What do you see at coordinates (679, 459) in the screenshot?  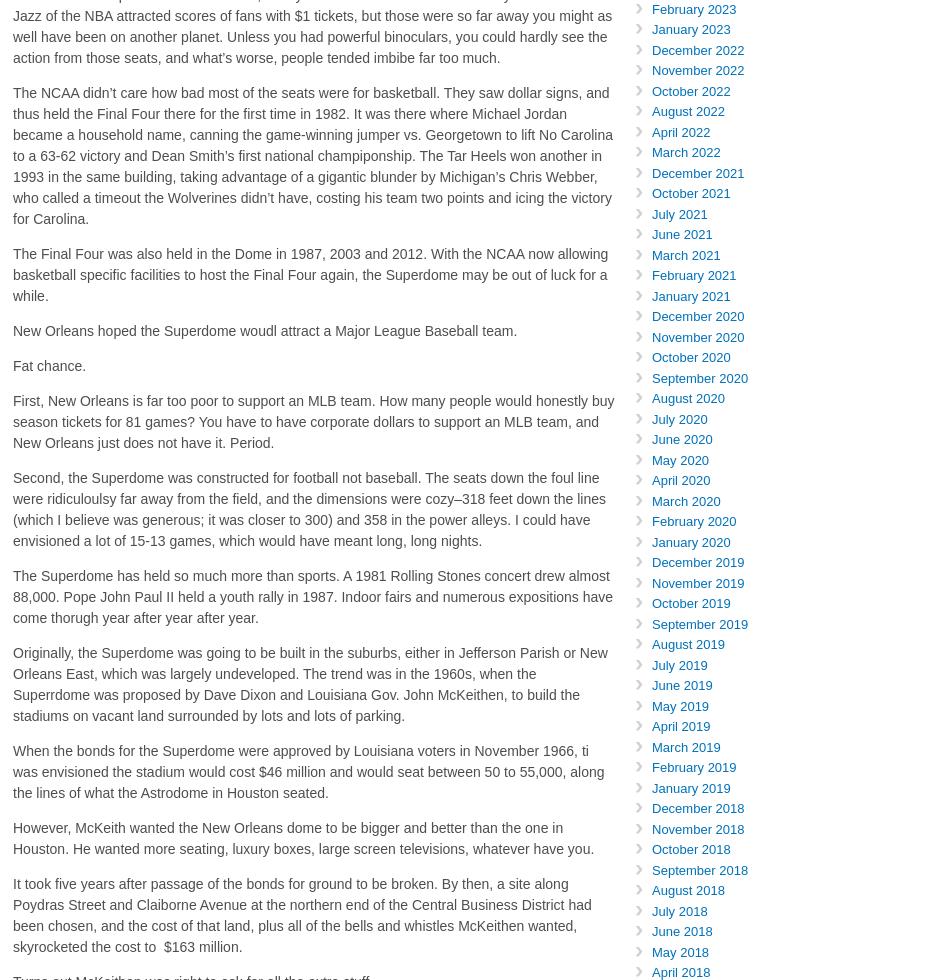 I see `'May 2020'` at bounding box center [679, 459].